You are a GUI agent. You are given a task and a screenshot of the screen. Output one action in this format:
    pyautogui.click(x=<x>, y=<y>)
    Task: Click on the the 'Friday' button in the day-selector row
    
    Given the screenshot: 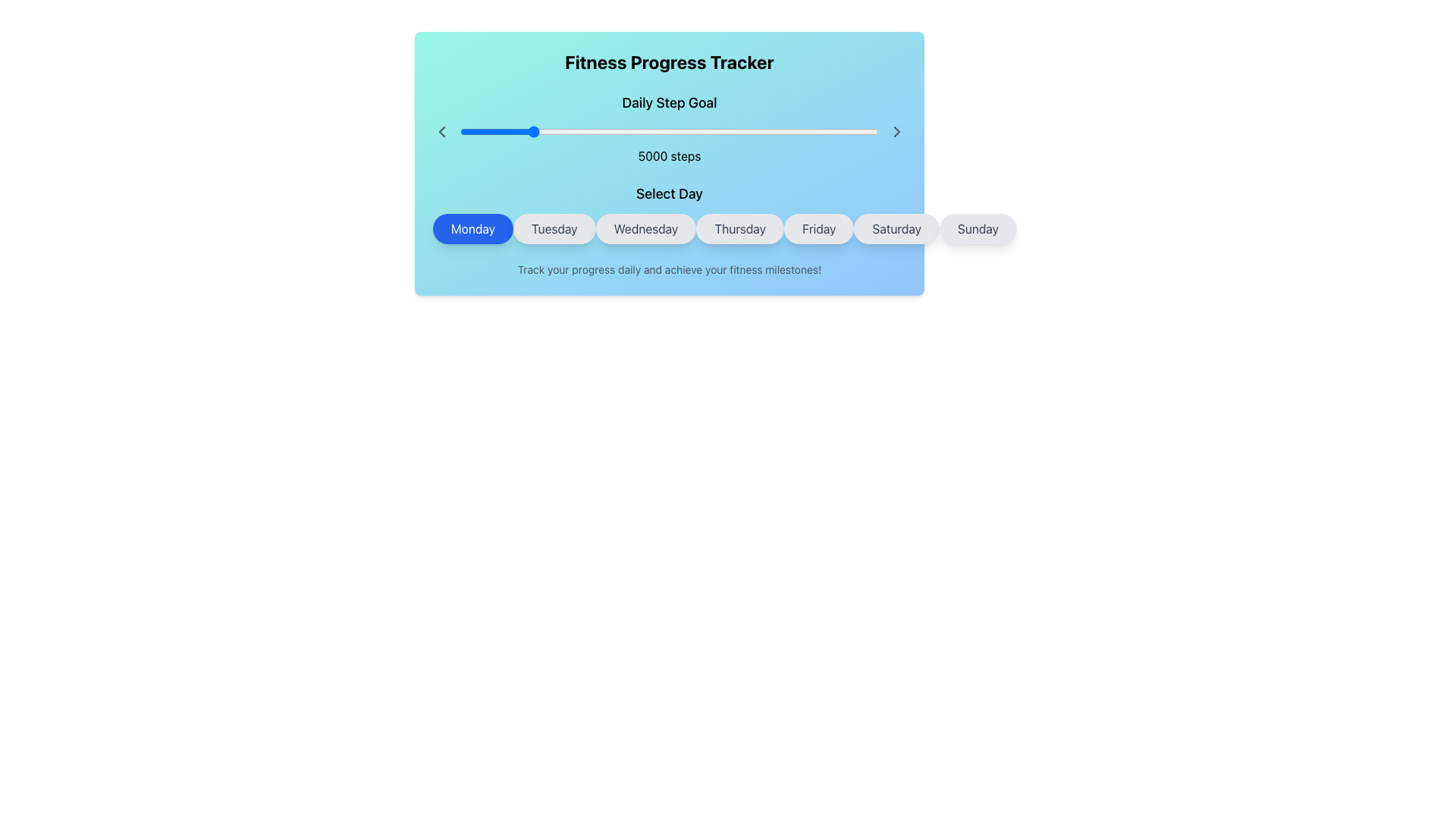 What is the action you would take?
    pyautogui.click(x=818, y=228)
    